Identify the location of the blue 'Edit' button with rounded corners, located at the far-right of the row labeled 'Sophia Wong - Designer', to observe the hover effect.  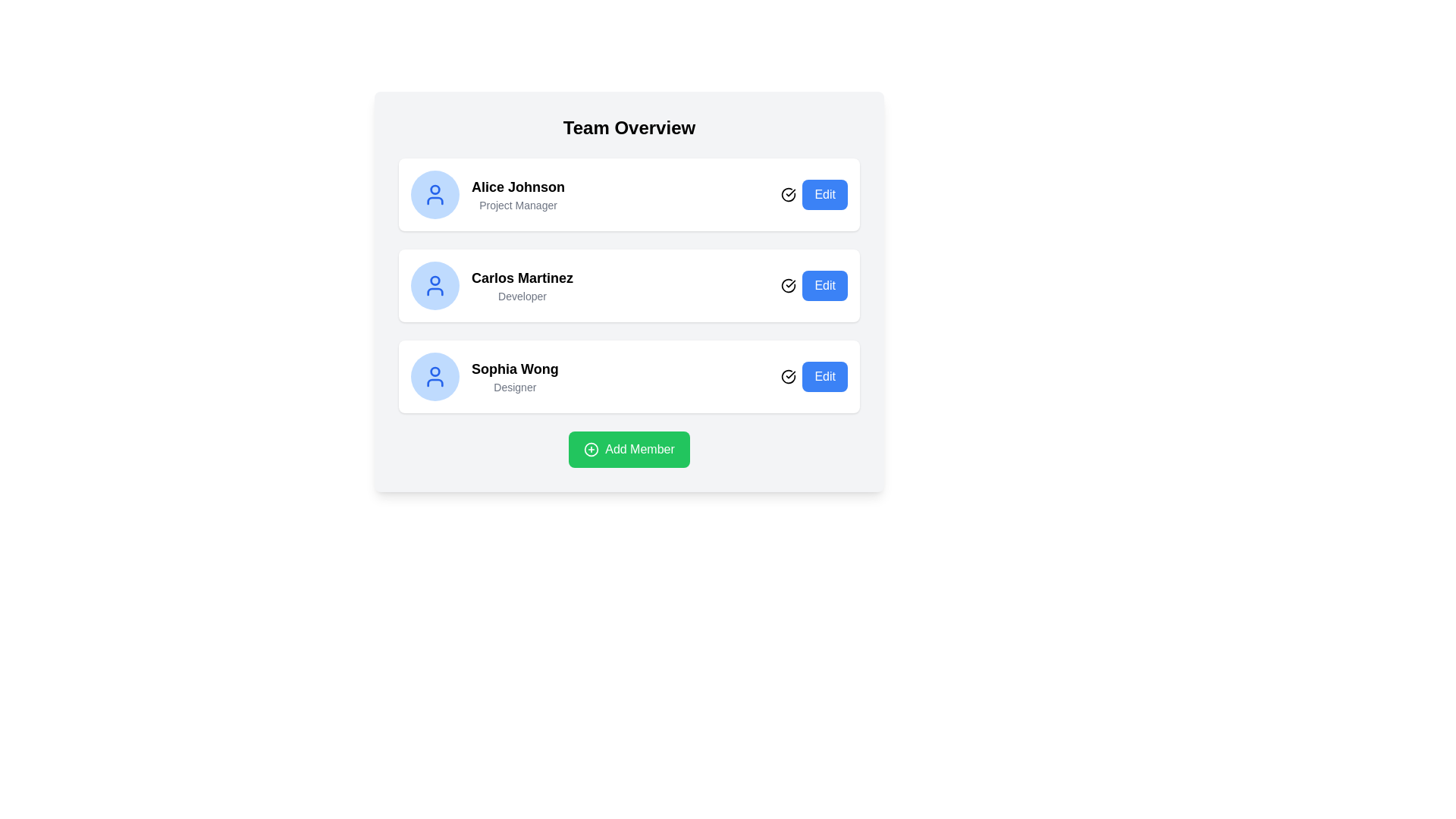
(824, 376).